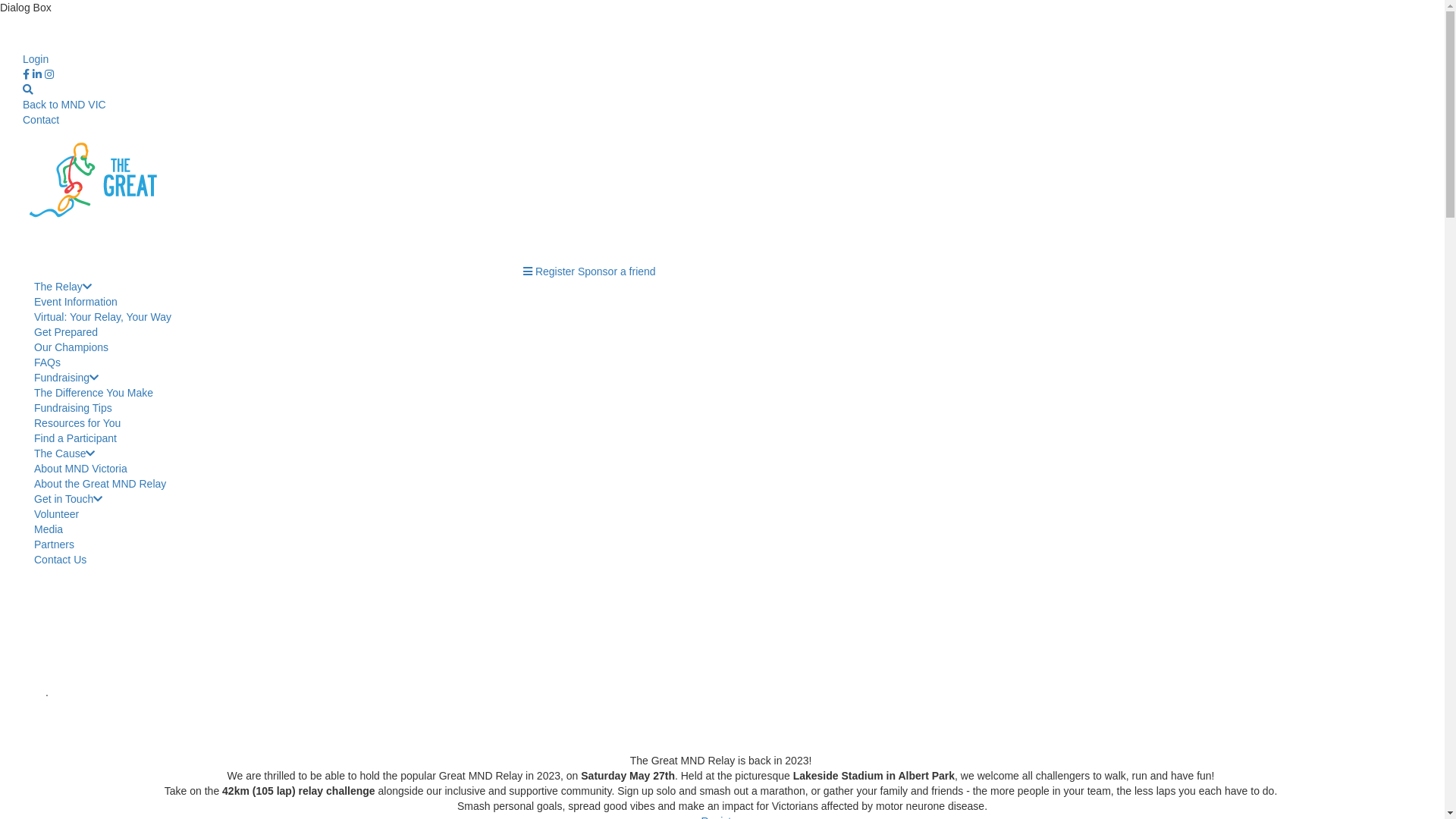  Describe the element at coordinates (554, 271) in the screenshot. I see `'Register'` at that location.